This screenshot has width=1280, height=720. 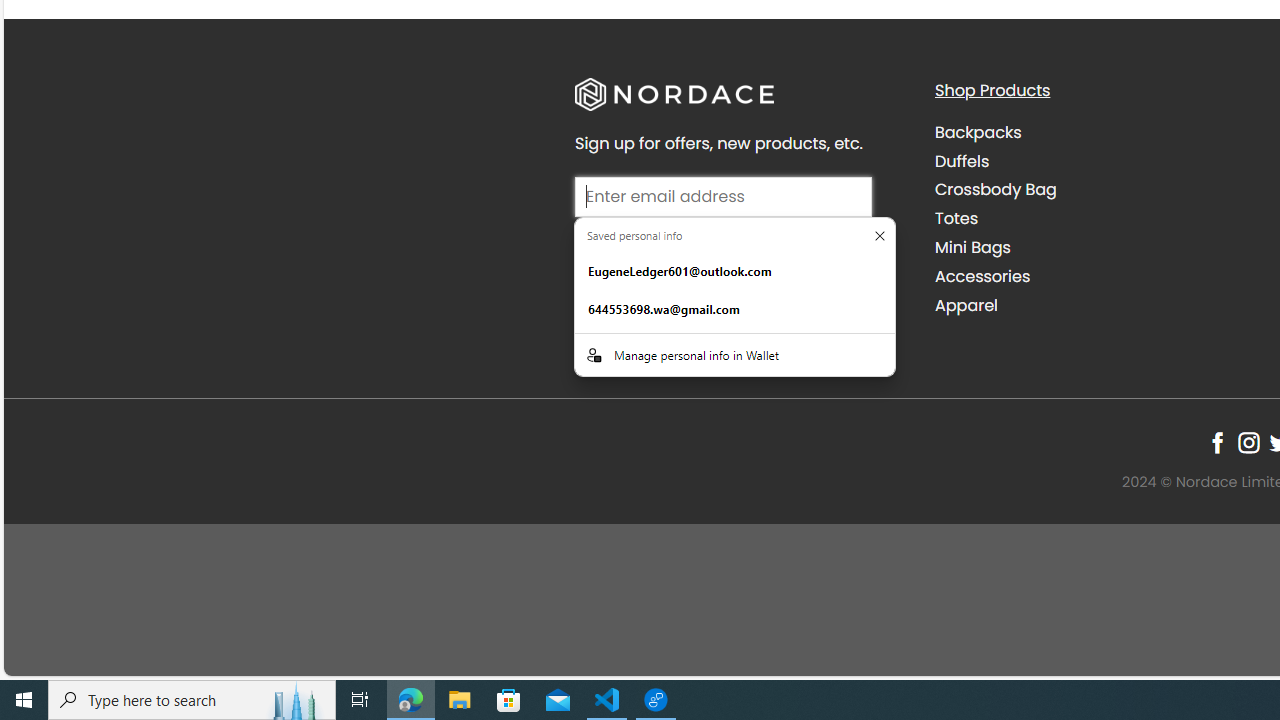 What do you see at coordinates (880, 234) in the screenshot?
I see `'Don'` at bounding box center [880, 234].